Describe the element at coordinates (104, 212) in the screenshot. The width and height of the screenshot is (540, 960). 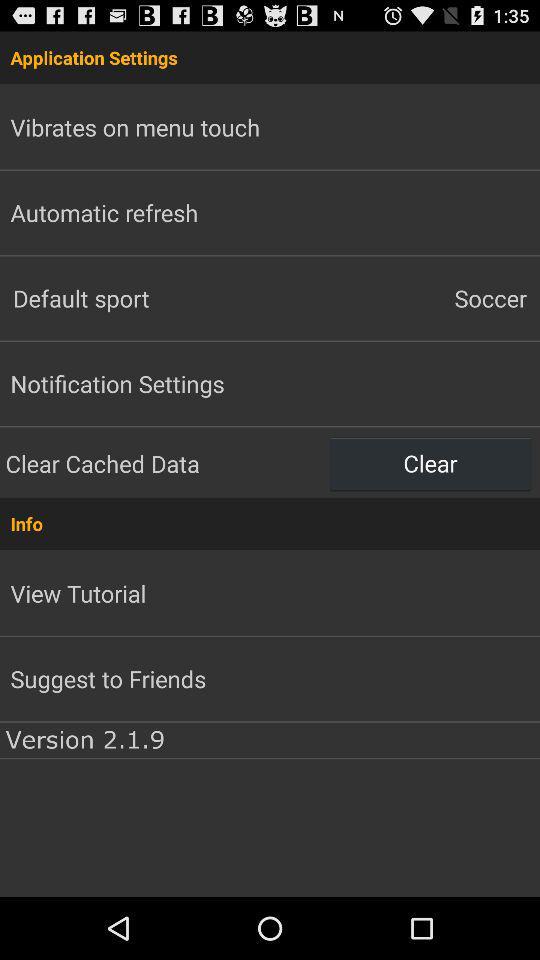
I see `the icon below vibrates on menu app` at that location.